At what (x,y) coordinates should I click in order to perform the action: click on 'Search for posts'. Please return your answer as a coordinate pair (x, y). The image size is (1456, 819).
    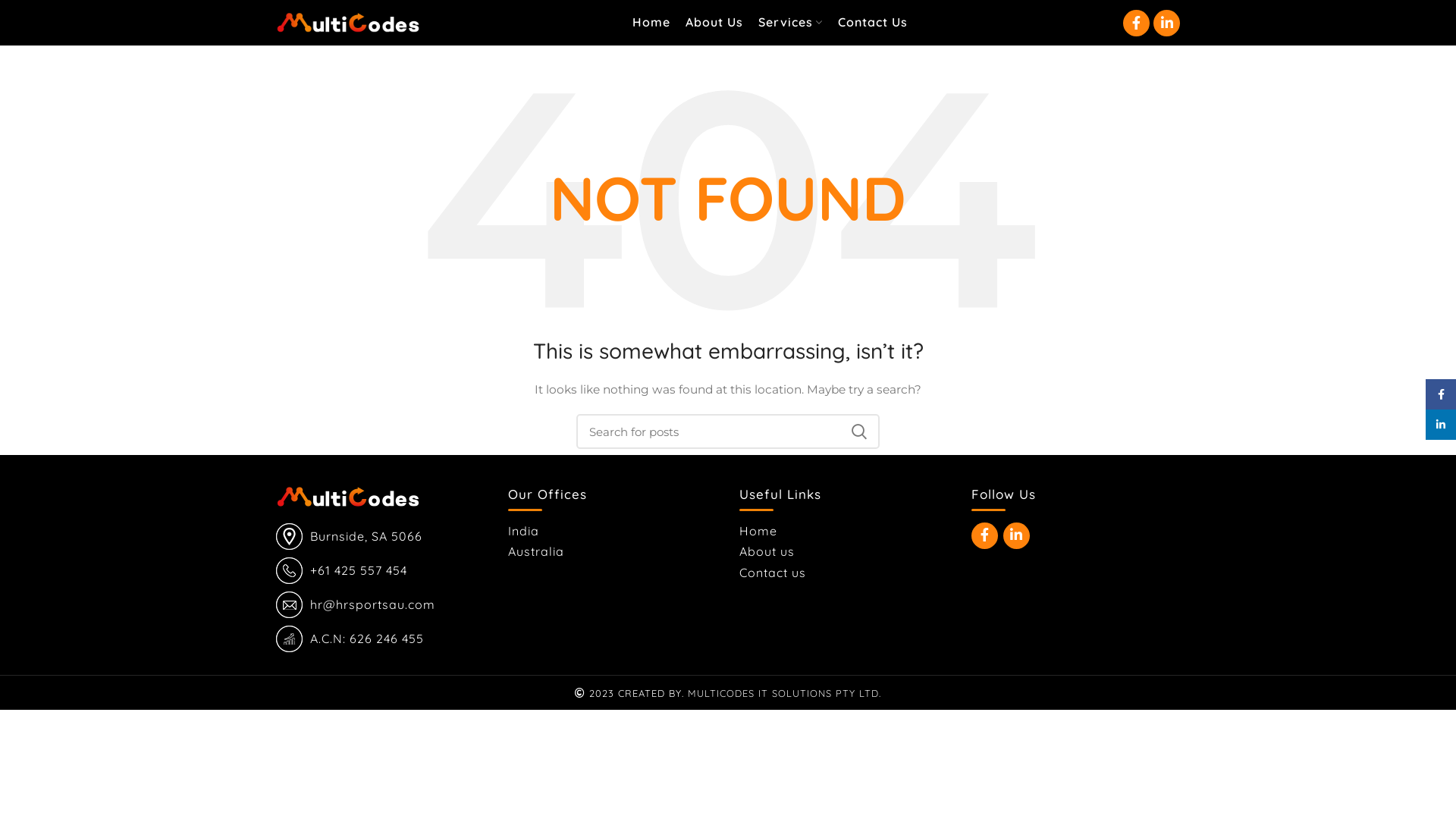
    Looking at the image, I should click on (728, 431).